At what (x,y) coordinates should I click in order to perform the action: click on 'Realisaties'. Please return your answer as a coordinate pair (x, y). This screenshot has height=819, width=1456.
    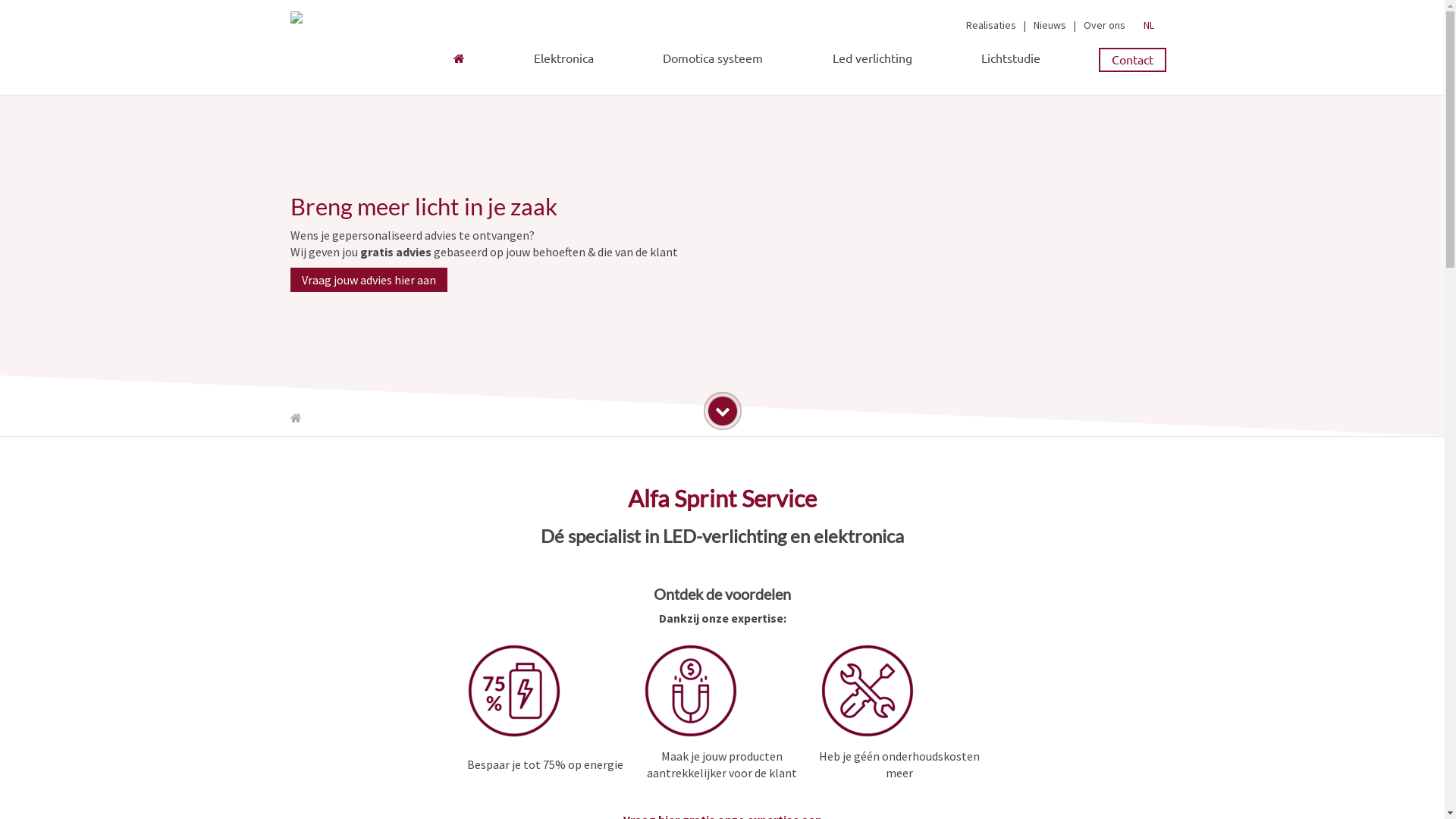
    Looking at the image, I should click on (990, 25).